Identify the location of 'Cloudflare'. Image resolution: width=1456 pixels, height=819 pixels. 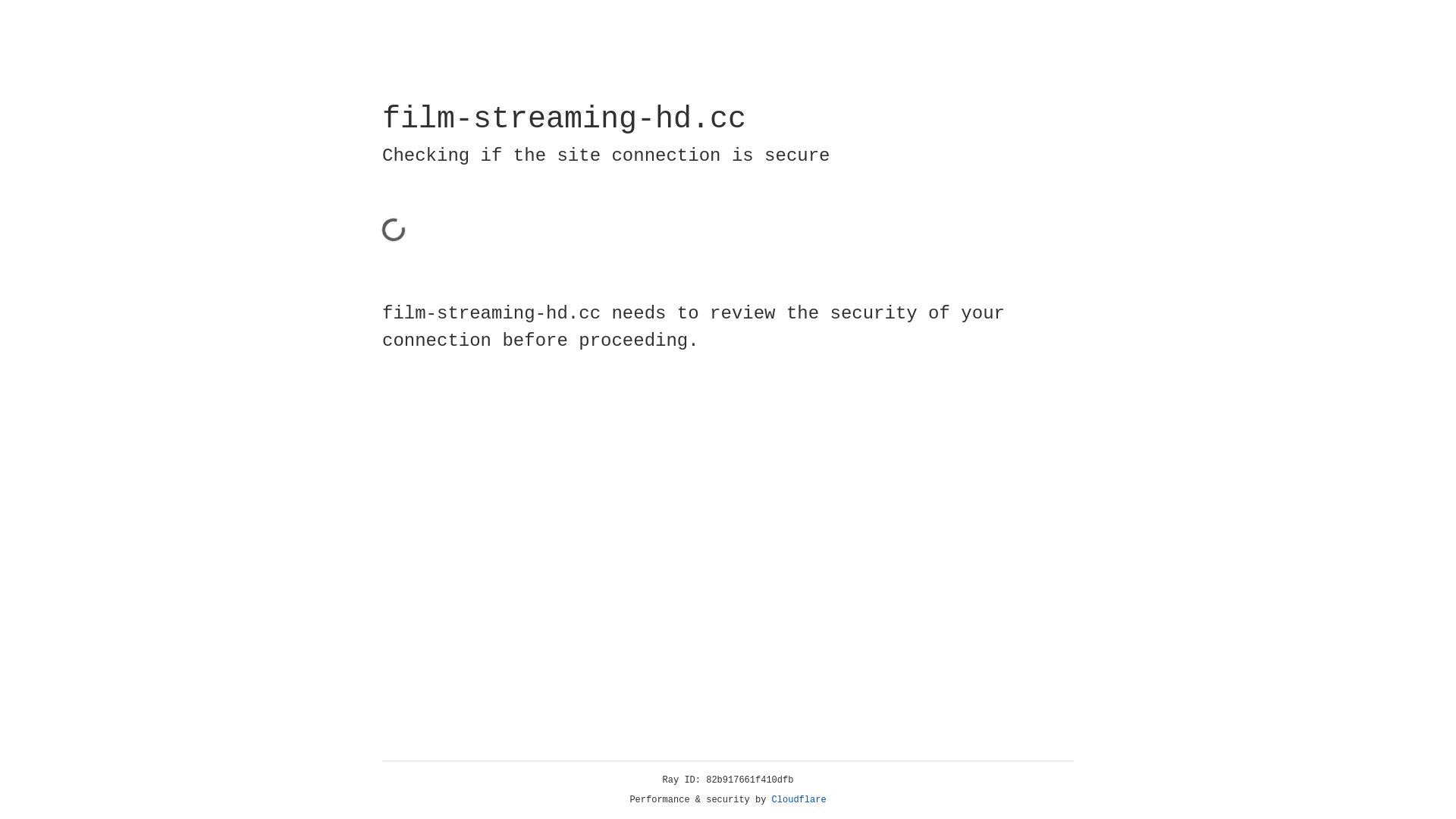
(799, 799).